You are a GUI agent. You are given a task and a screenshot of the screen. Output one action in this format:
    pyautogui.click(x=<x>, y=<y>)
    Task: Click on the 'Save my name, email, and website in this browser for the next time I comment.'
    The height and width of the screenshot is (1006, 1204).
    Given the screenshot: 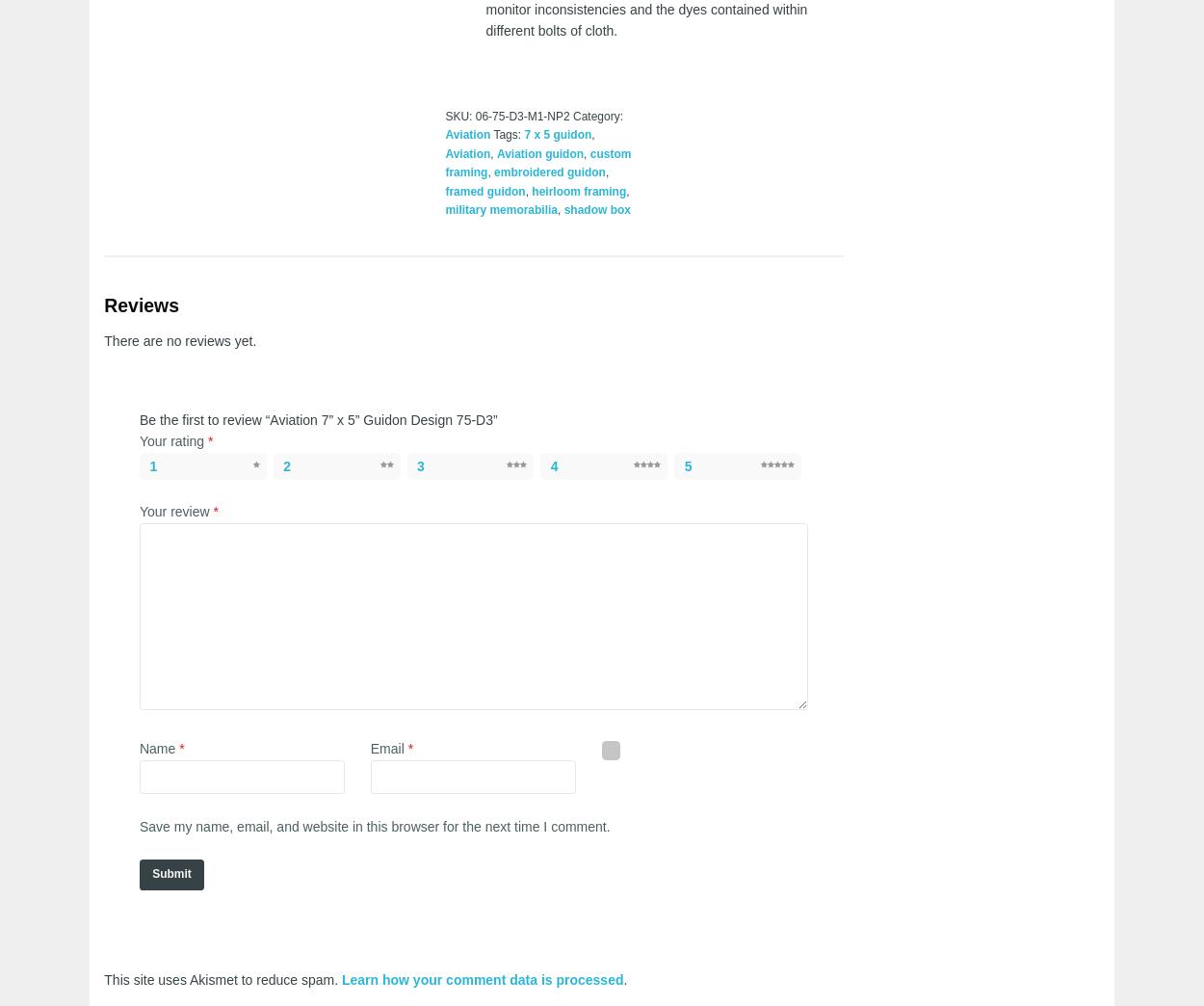 What is the action you would take?
    pyautogui.click(x=374, y=826)
    